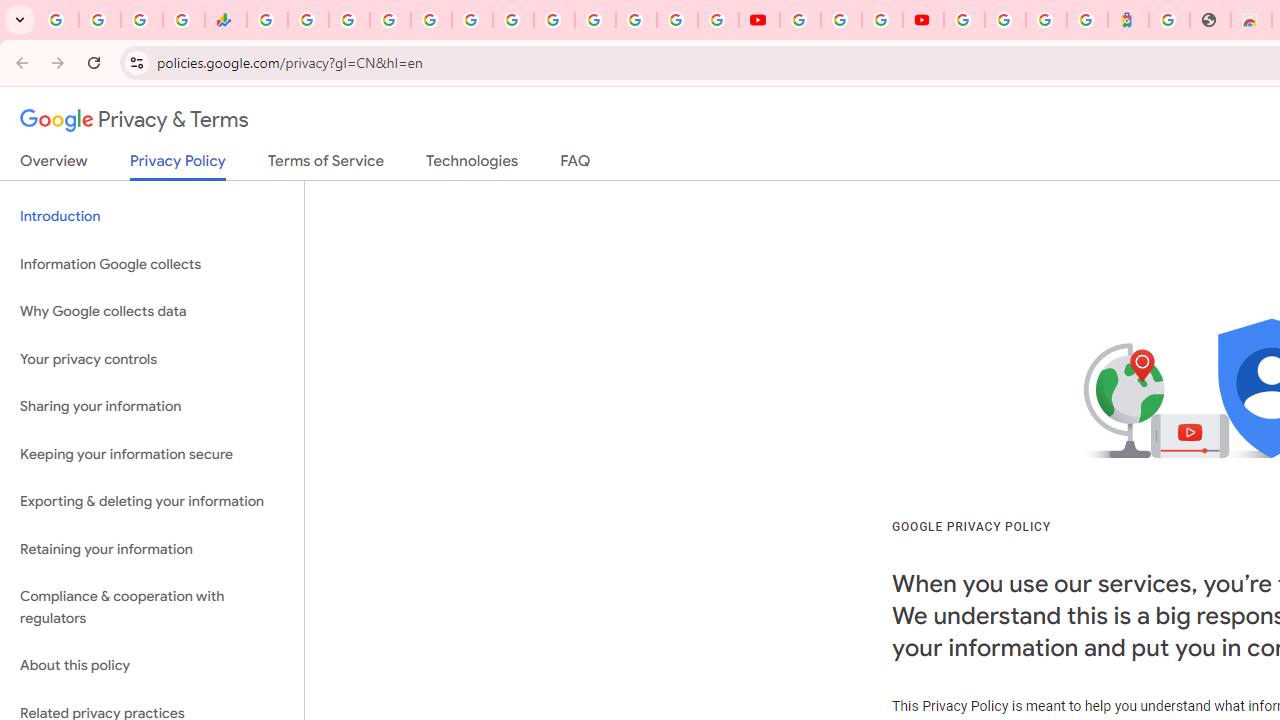 The image size is (1280, 720). I want to click on 'Keeping your information secure', so click(151, 454).